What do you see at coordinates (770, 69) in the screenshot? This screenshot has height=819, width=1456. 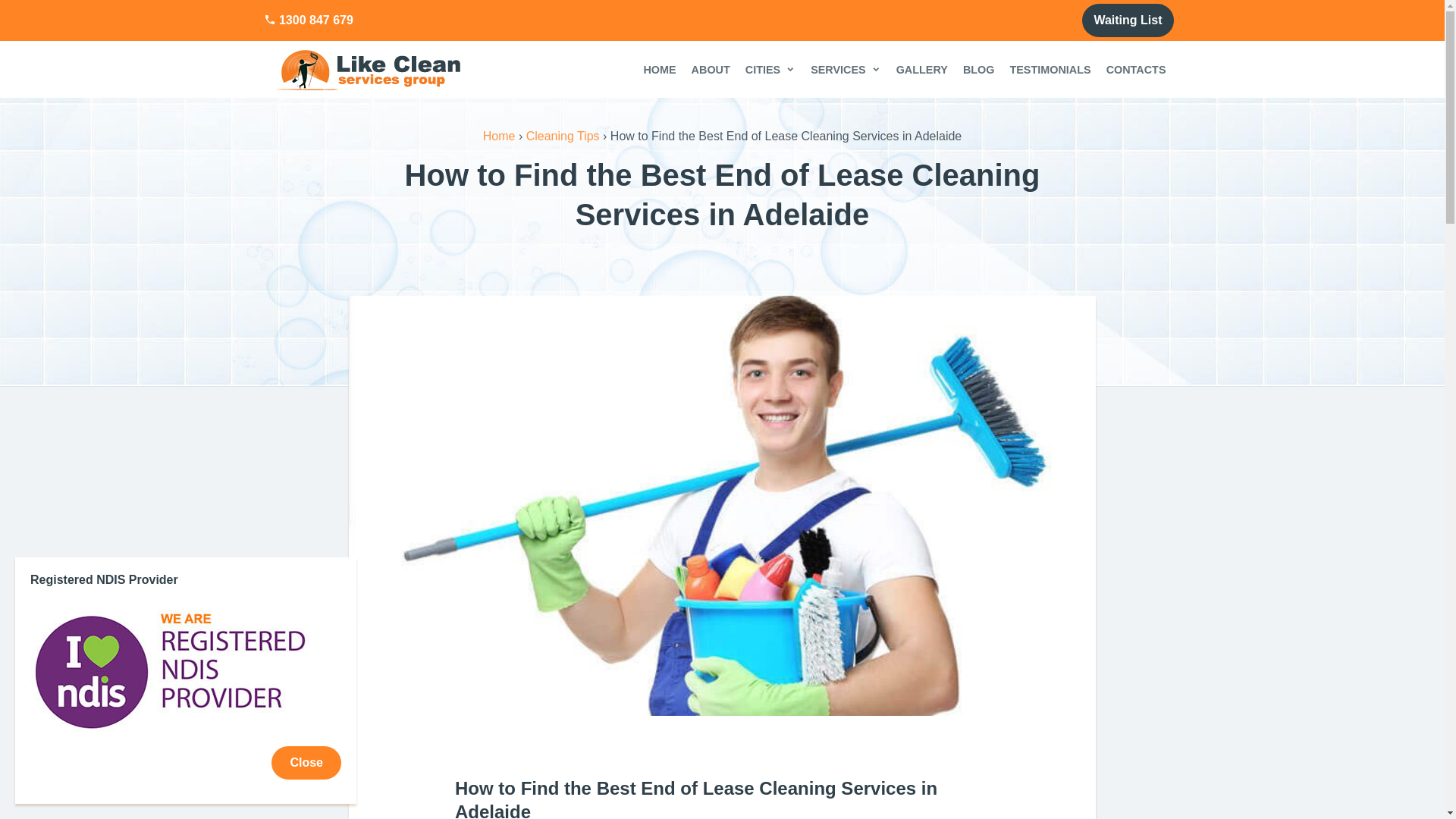 I see `'CITIES'` at bounding box center [770, 69].